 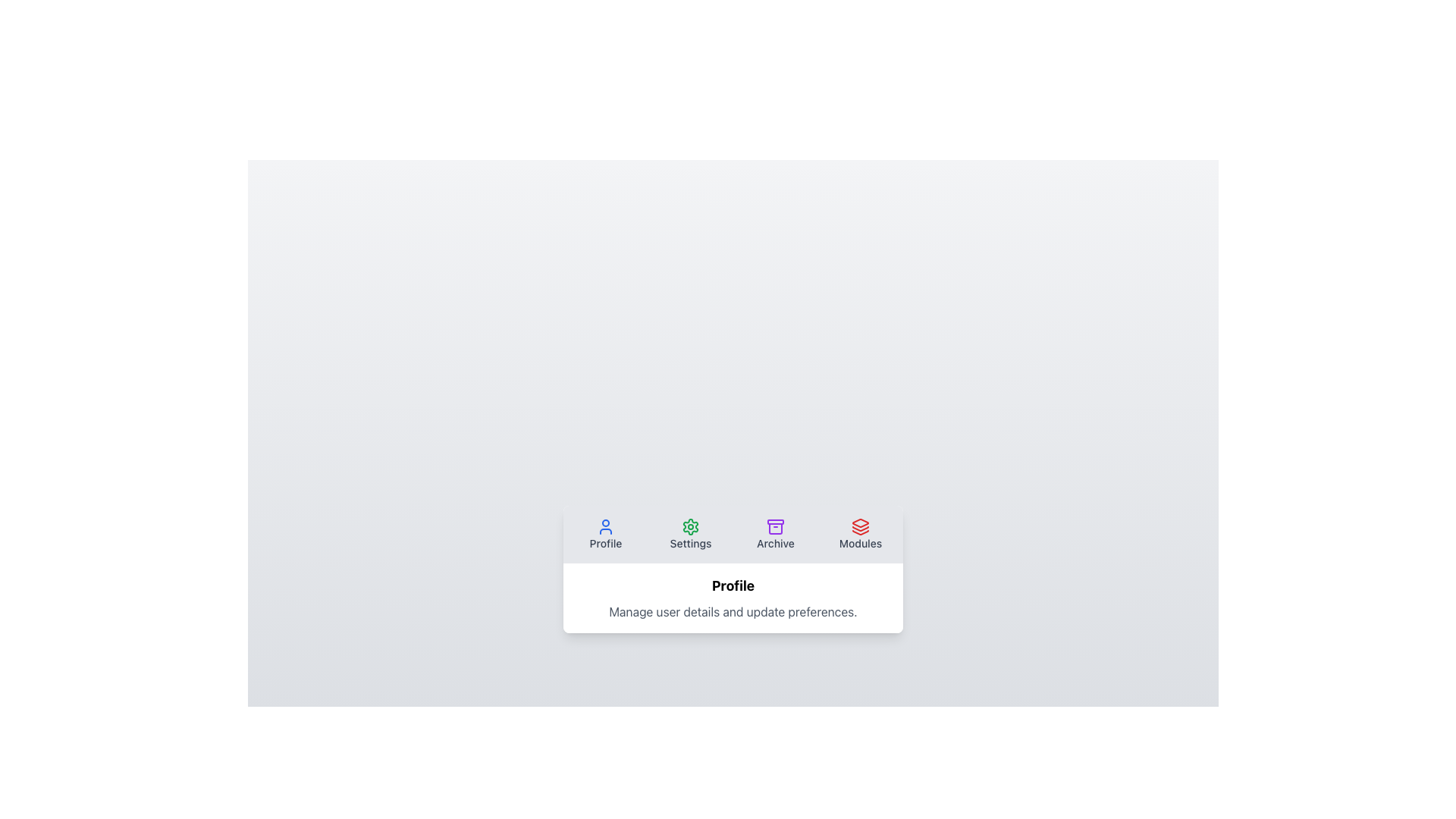 What do you see at coordinates (604, 543) in the screenshot?
I see `the Text label that indicates user profile management or settings, located directly below the corresponding icon in the leftmost position of the horizontal navigation bar` at bounding box center [604, 543].